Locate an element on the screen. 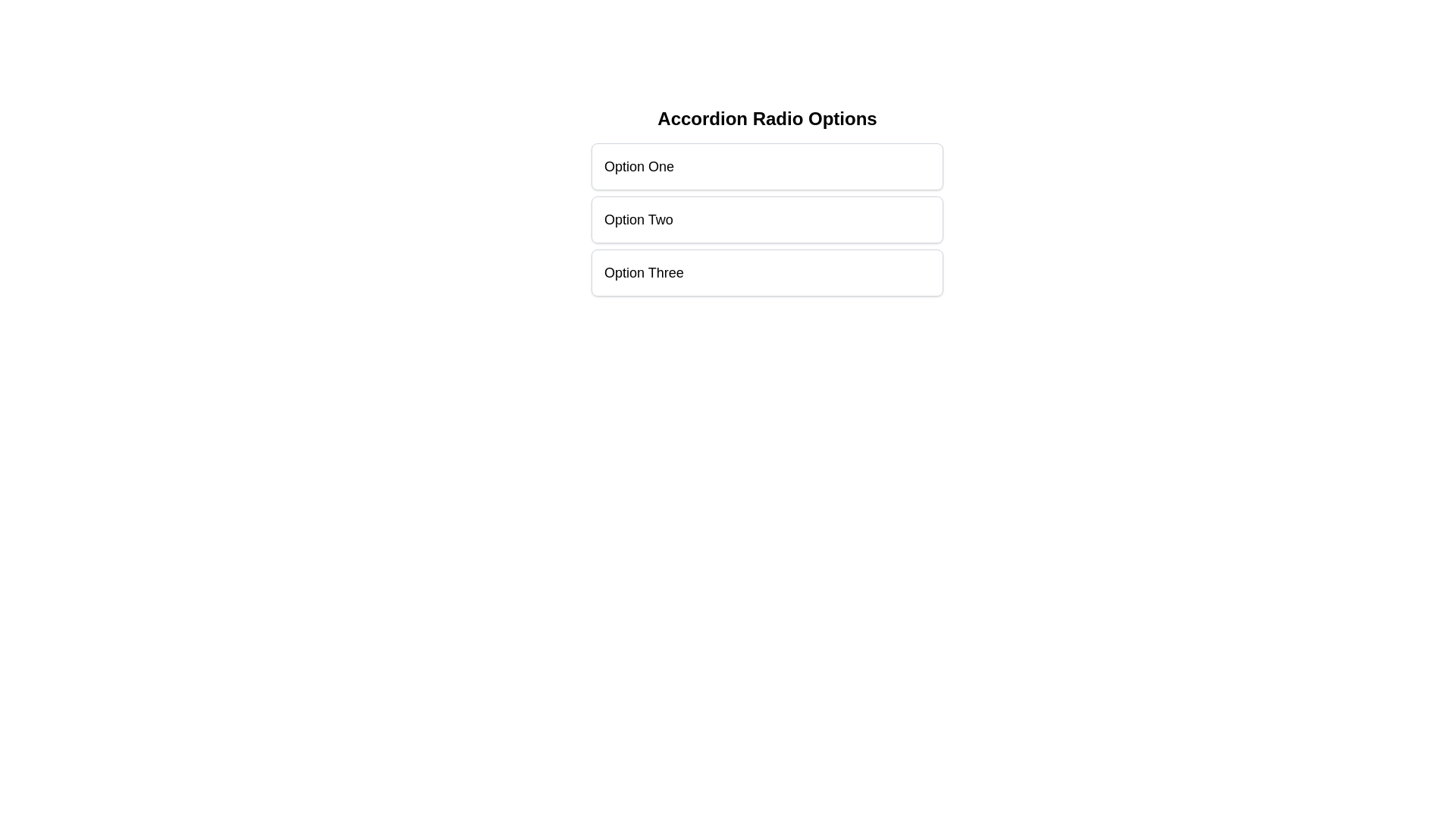 The width and height of the screenshot is (1456, 819). the first selectable option labeled 'Option One' is located at coordinates (767, 166).